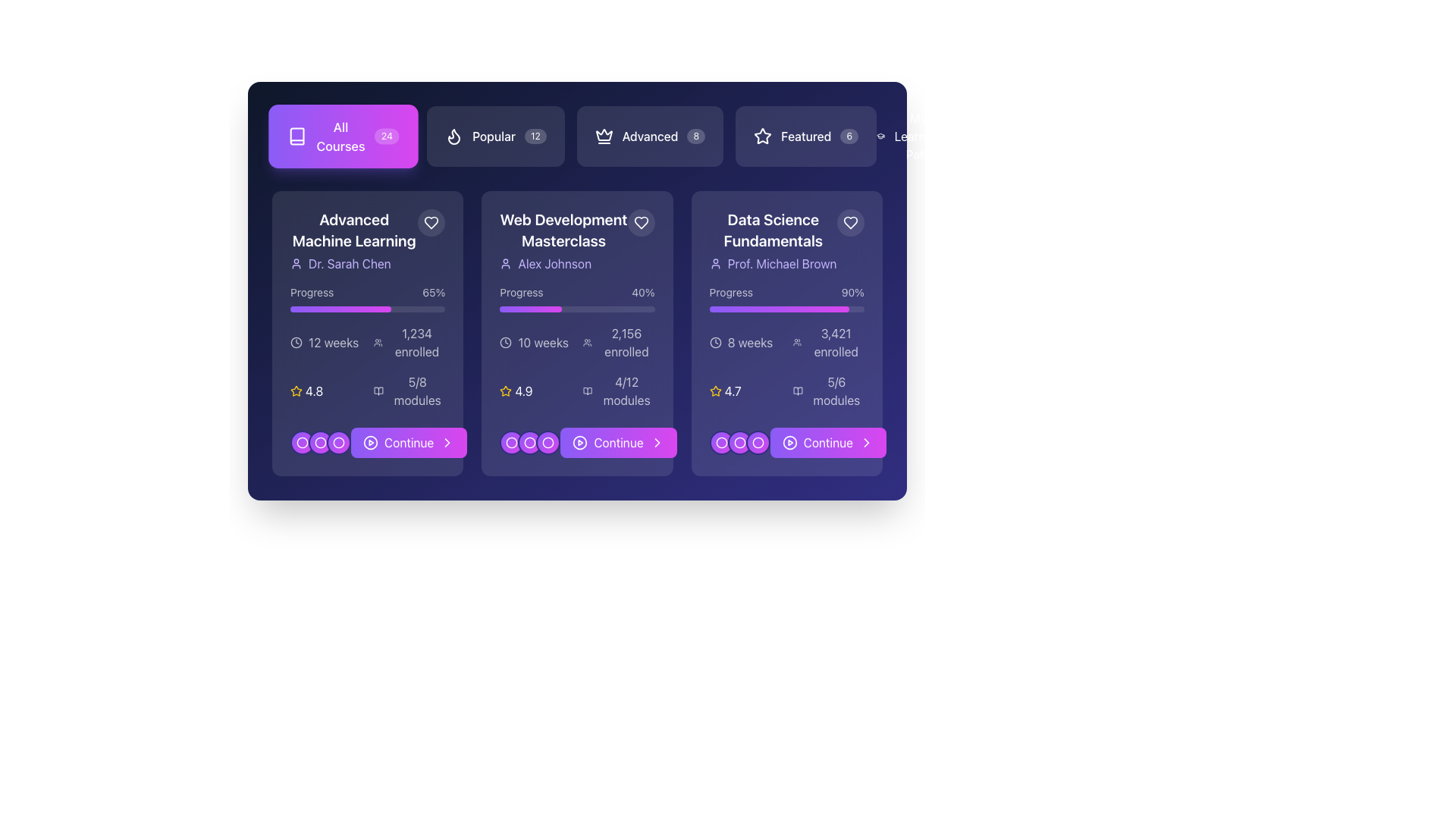  Describe the element at coordinates (745, 391) in the screenshot. I see `average rating value displayed in the Rating display for the 'Data Science Fundamentals' course, located at the bottom center of the course card, beneath enrollment and duration information` at that location.